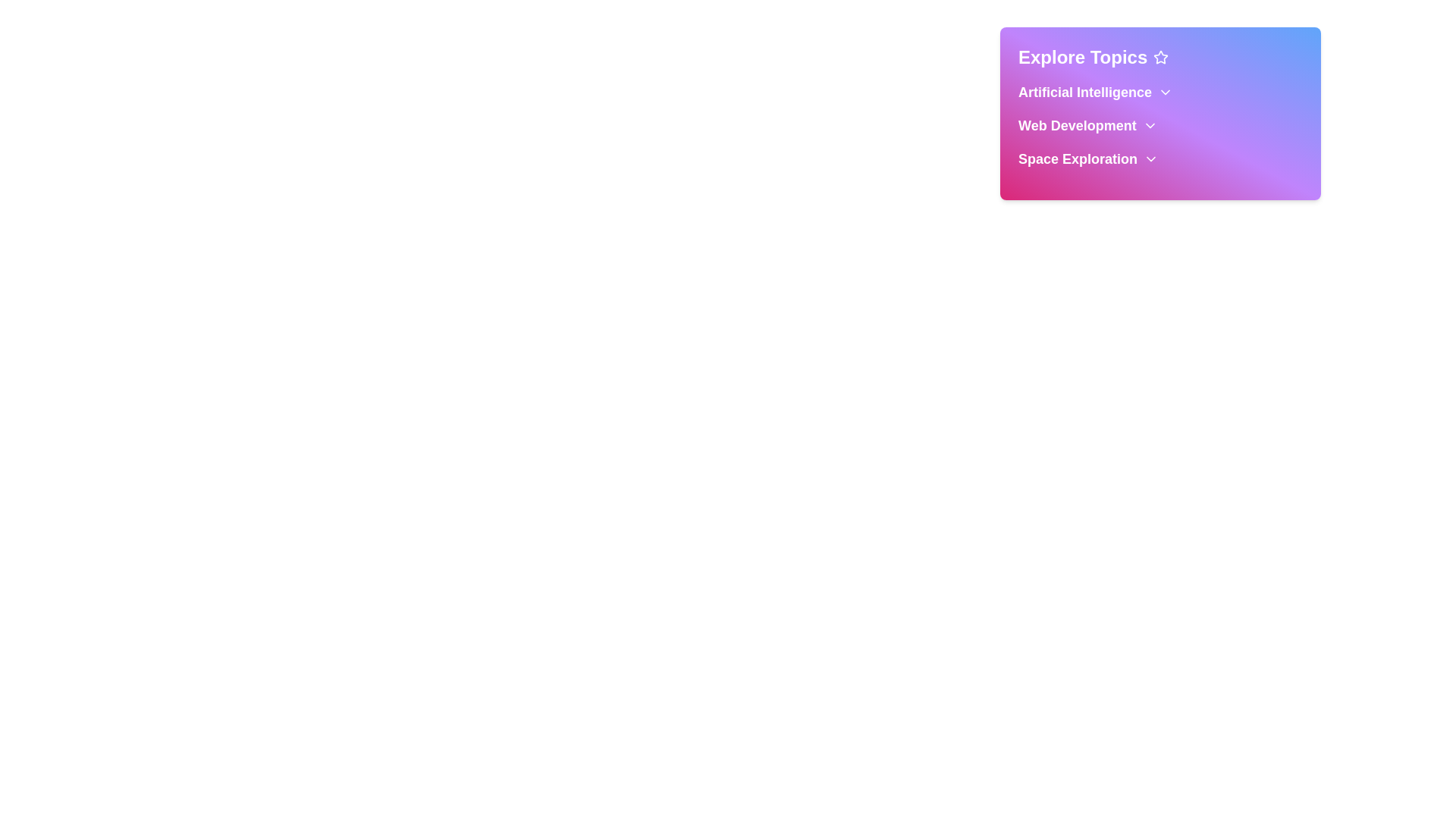  Describe the element at coordinates (1160, 56) in the screenshot. I see `star-shaped decorative icon with light purple gradient located in the purple header titled 'Explore Topics' at the top-right corner of the interface` at that location.